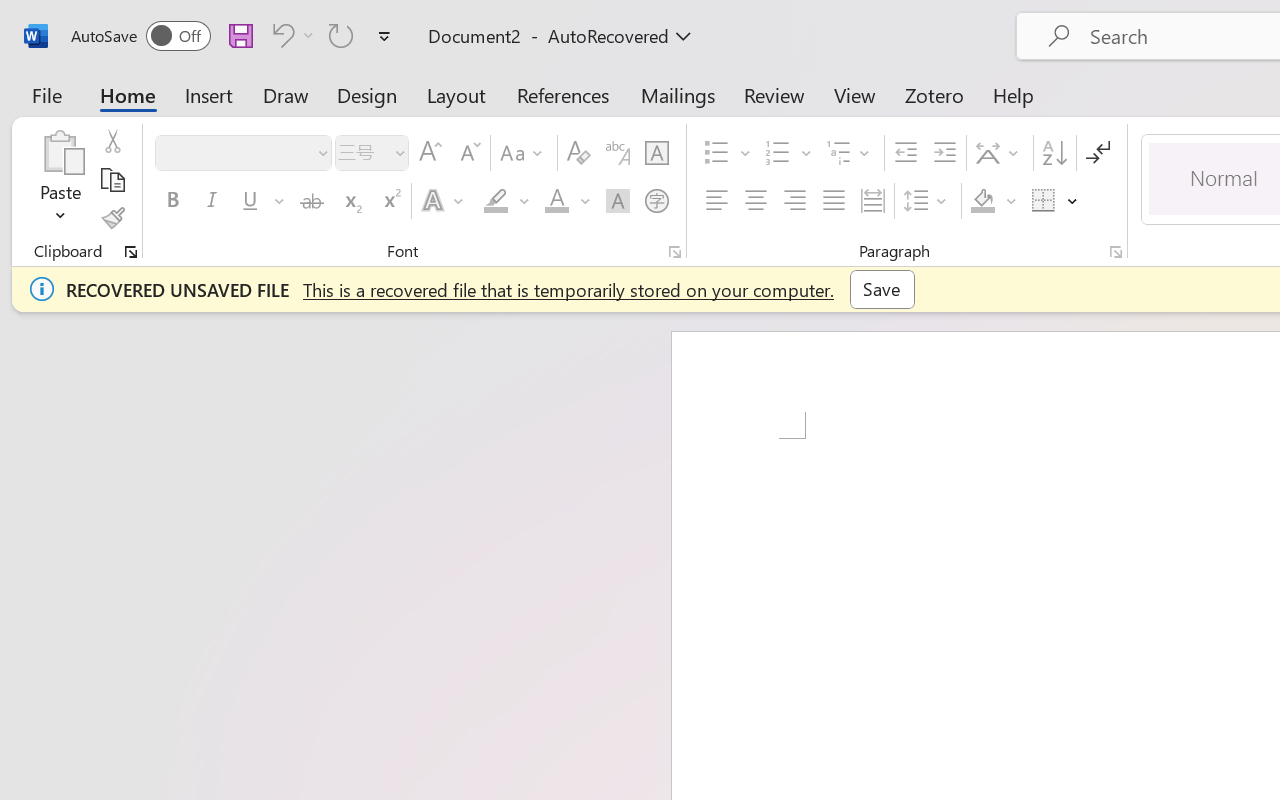 This screenshot has height=800, width=1280. What do you see at coordinates (111, 179) in the screenshot?
I see `'Copy'` at bounding box center [111, 179].